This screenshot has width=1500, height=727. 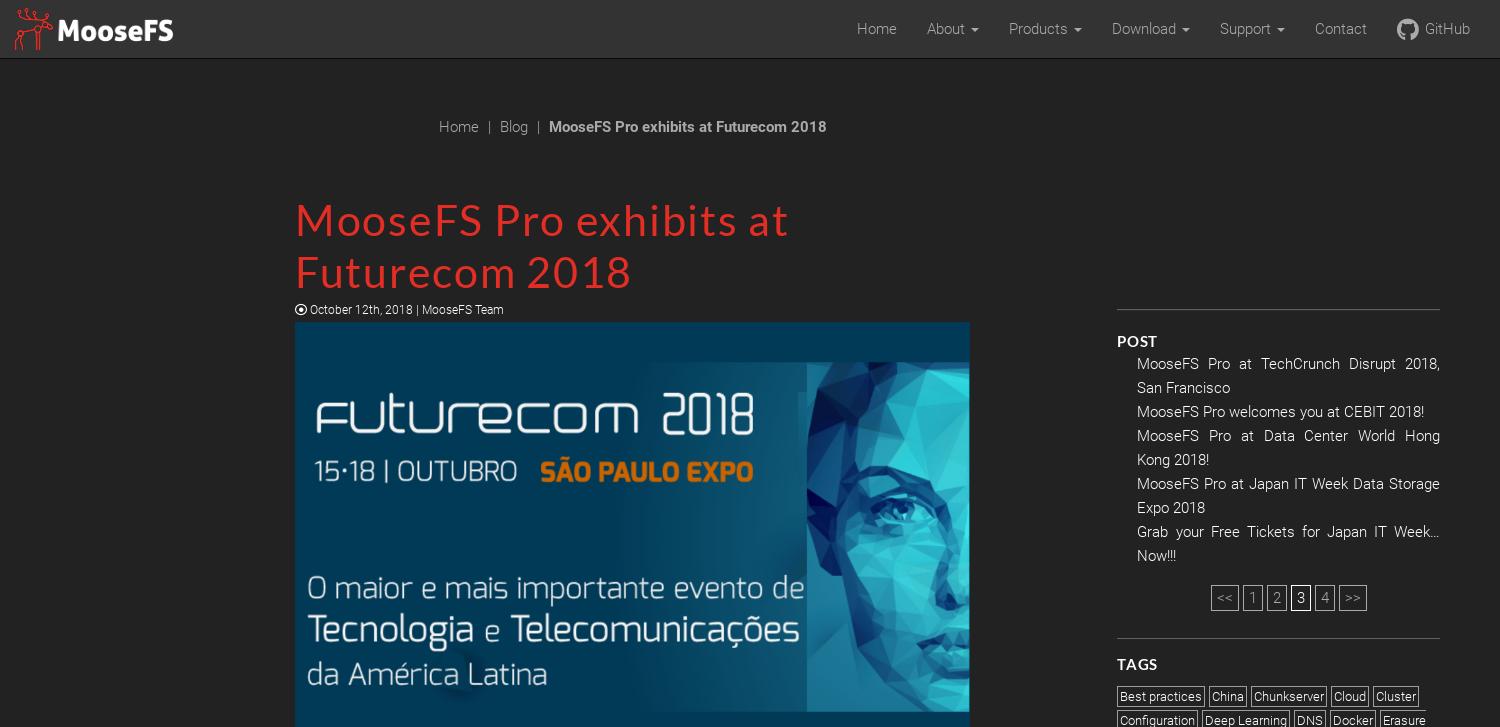 What do you see at coordinates (1137, 341) in the screenshot?
I see `'Post'` at bounding box center [1137, 341].